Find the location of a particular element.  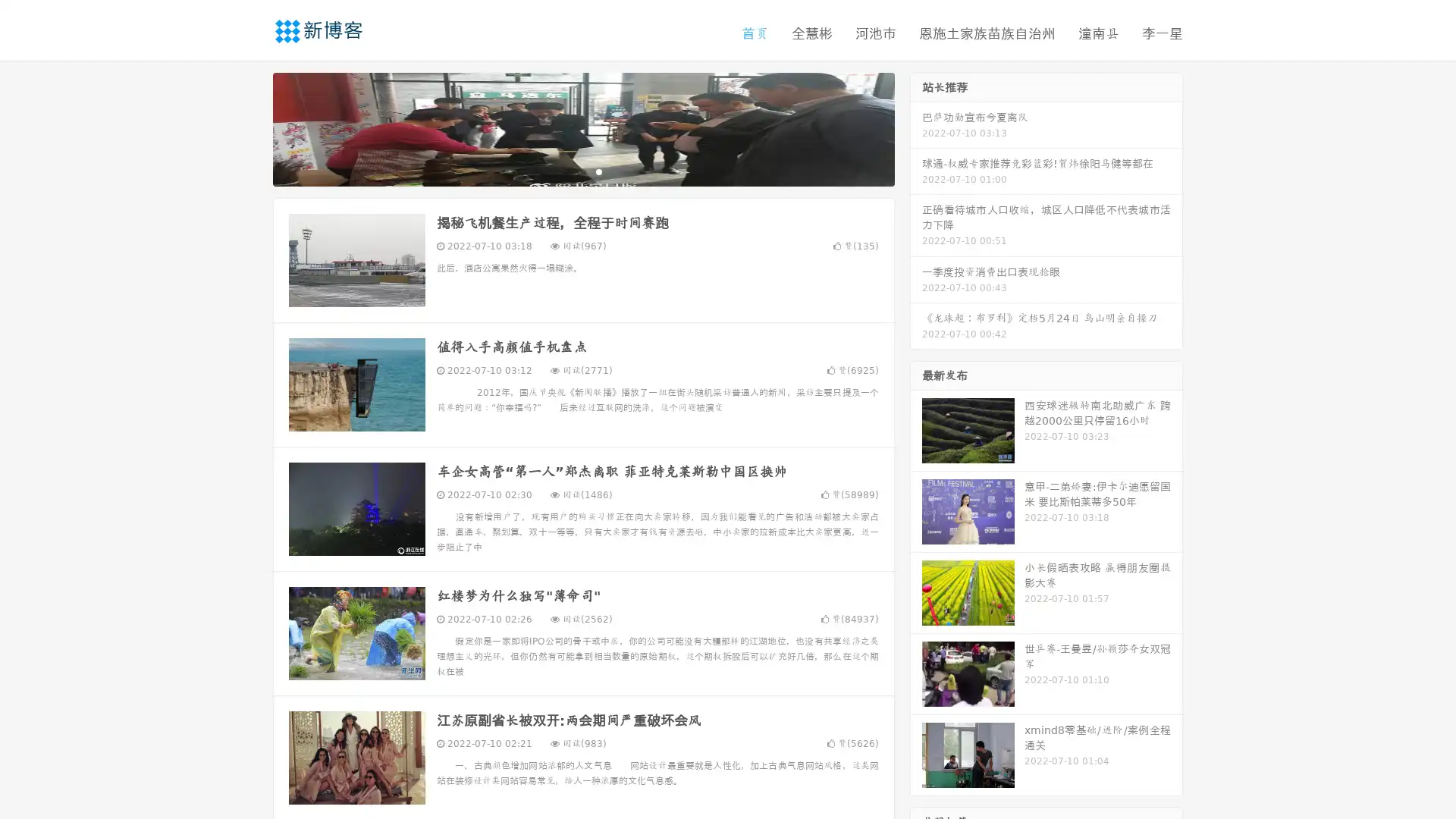

Go to slide 1 is located at coordinates (567, 171).